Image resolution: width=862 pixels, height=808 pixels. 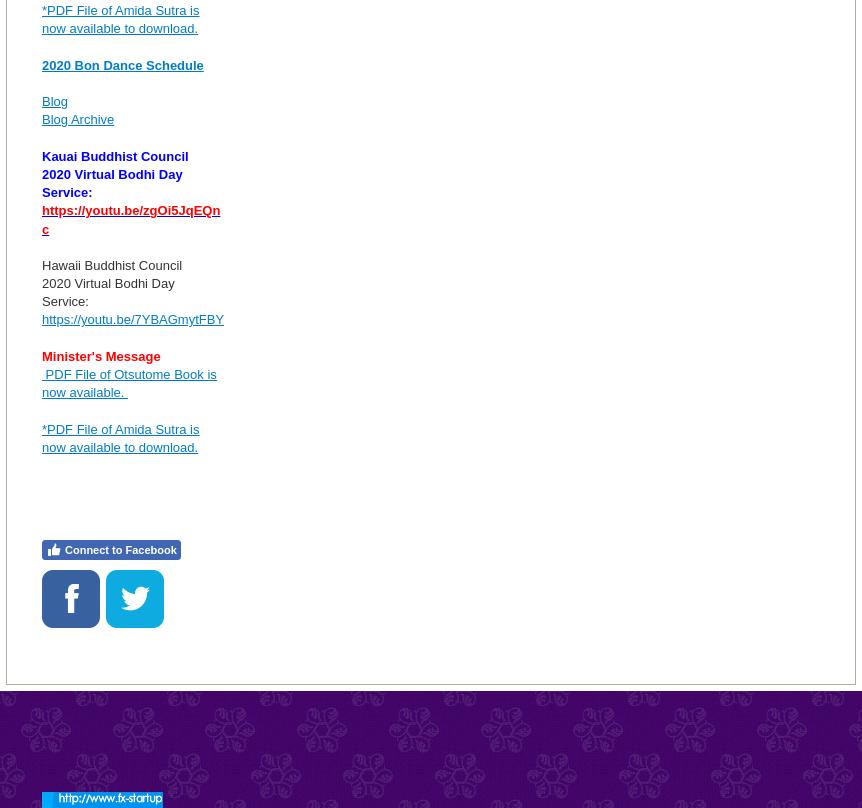 I want to click on 'Blog Archive', so click(x=77, y=118).